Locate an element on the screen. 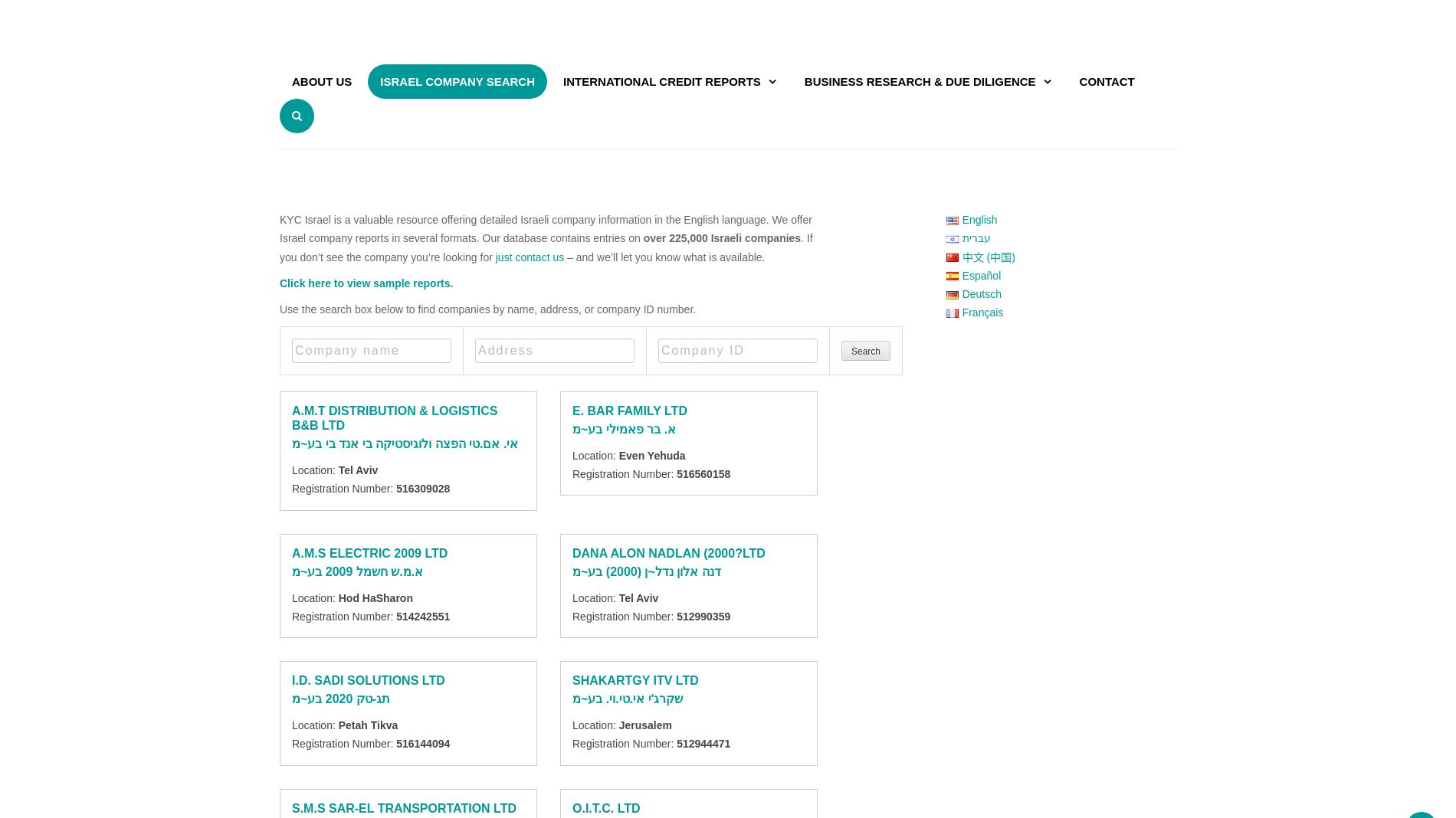 The height and width of the screenshot is (818, 1456). 'SHAKARTGY ITV LTD' is located at coordinates (572, 679).